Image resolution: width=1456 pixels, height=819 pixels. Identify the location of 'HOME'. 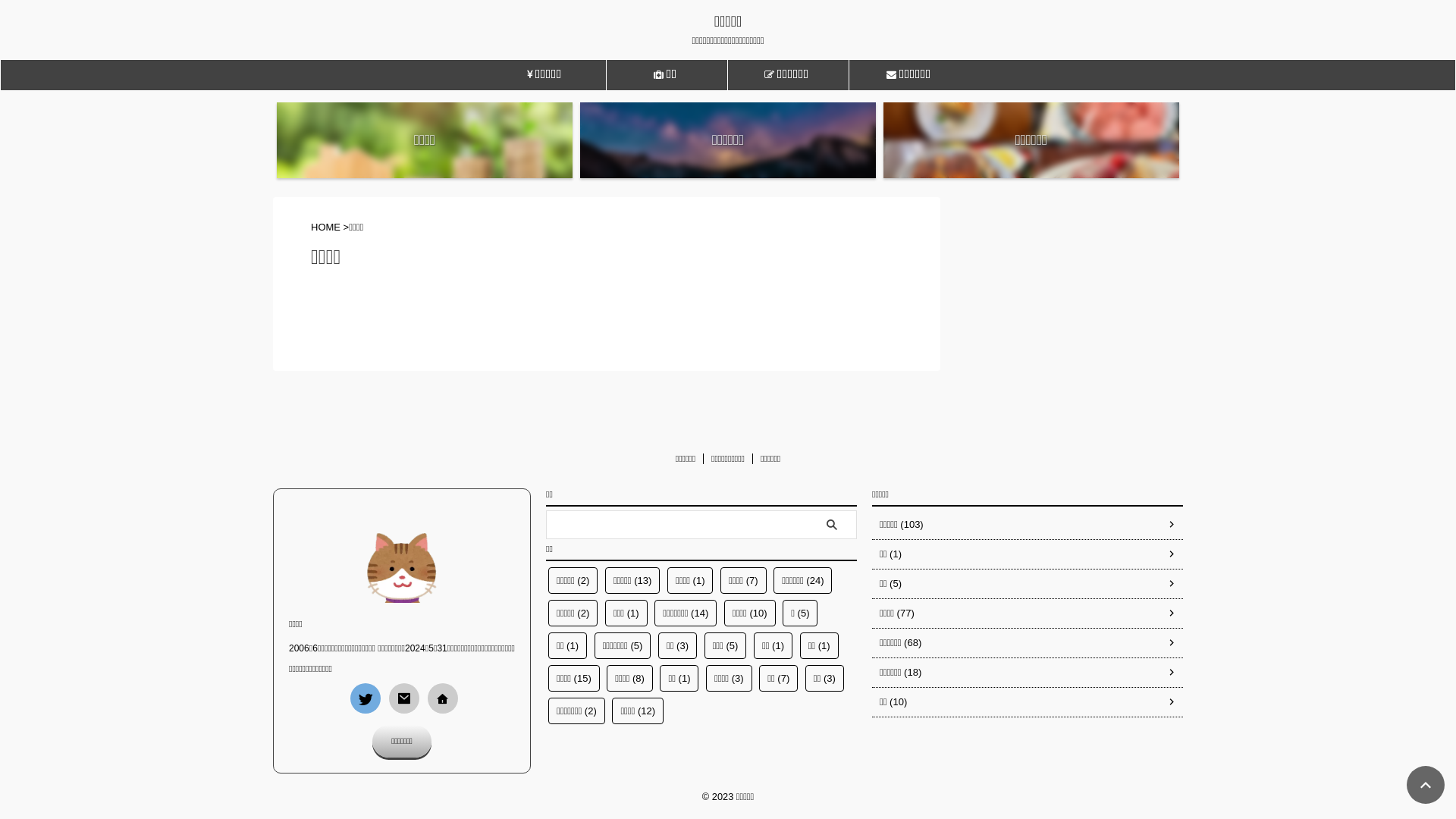
(325, 227).